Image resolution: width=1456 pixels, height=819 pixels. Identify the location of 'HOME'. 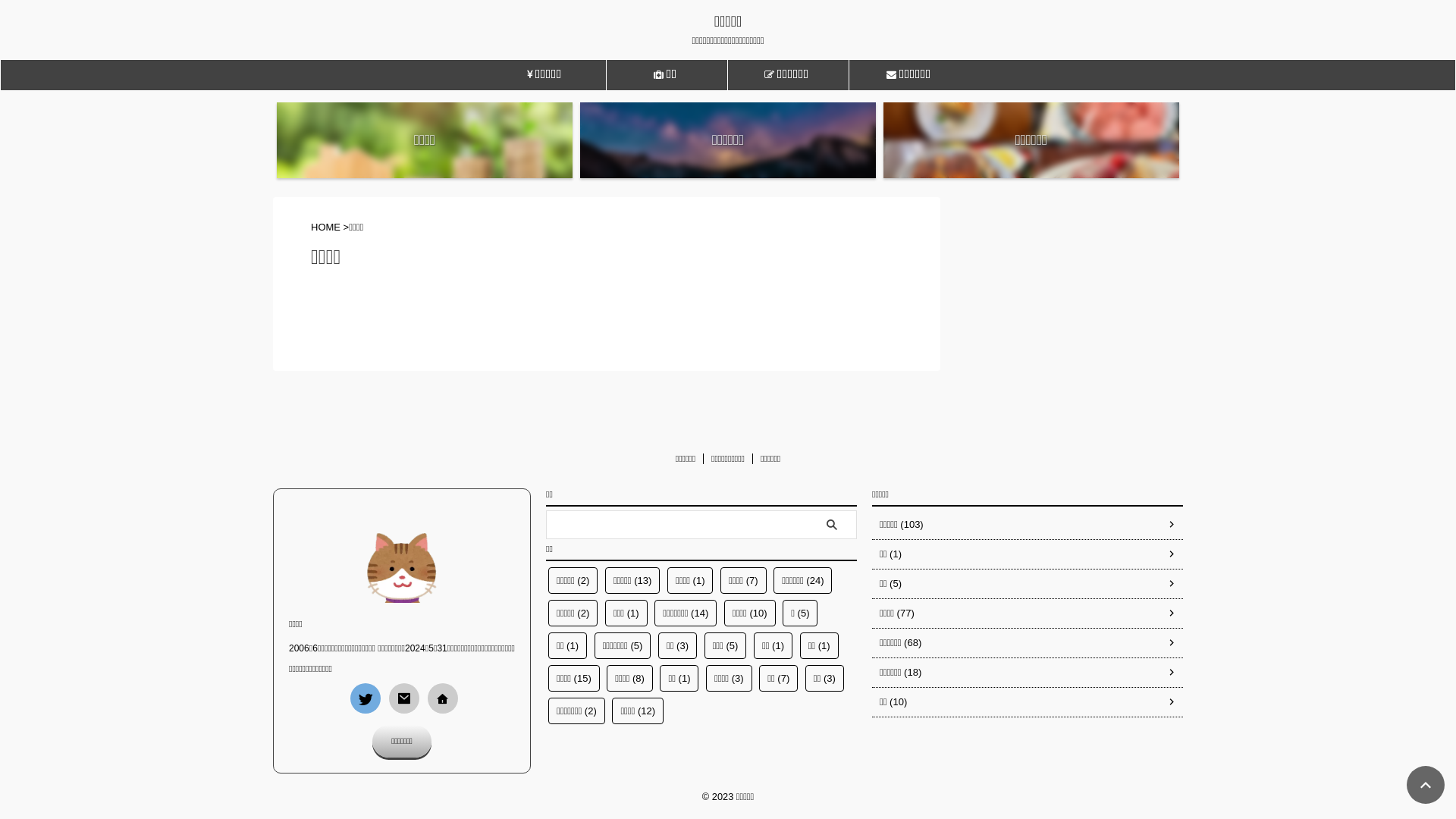
(325, 227).